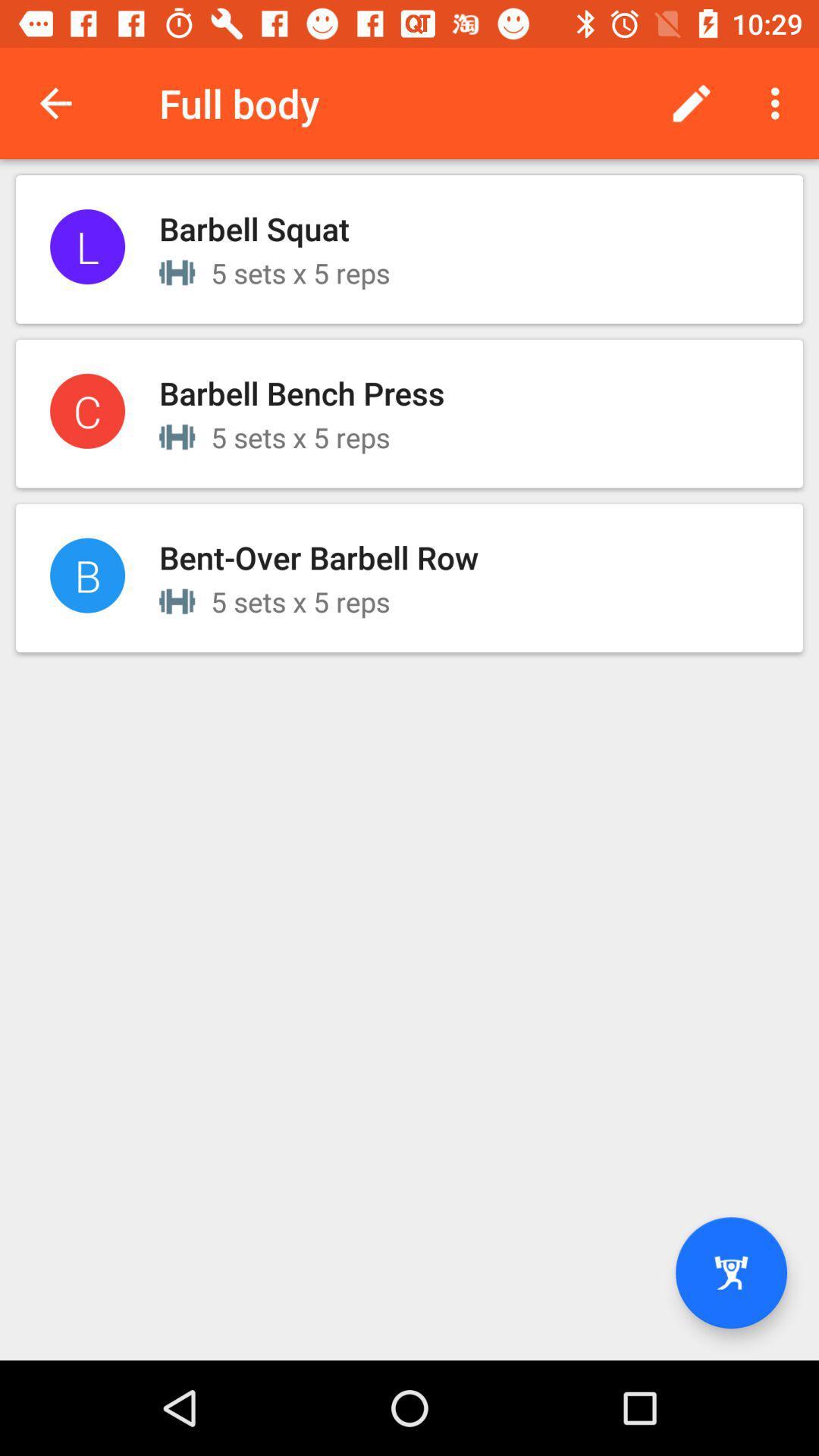 This screenshot has height=1456, width=819. I want to click on item above the l item, so click(55, 102).